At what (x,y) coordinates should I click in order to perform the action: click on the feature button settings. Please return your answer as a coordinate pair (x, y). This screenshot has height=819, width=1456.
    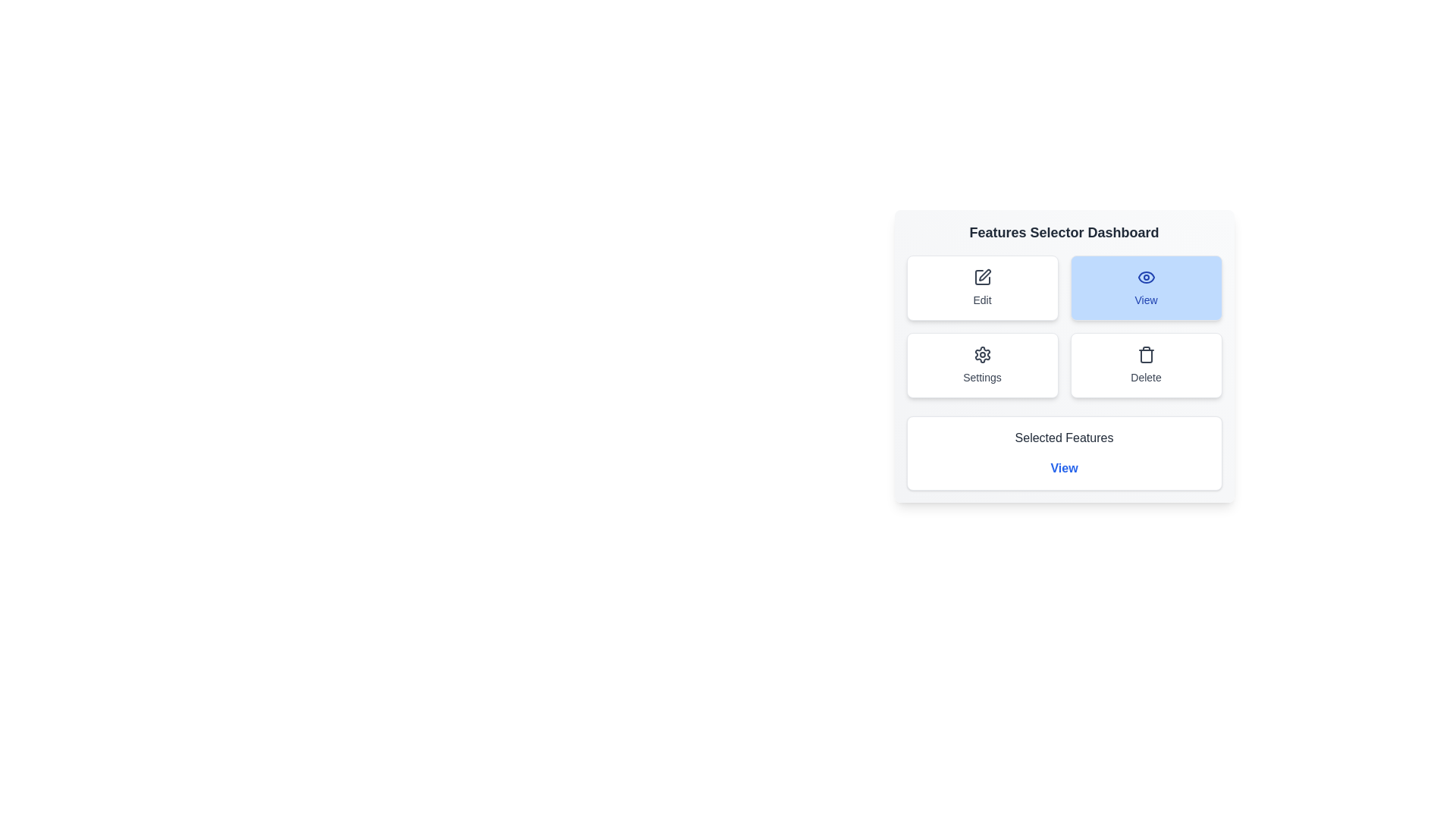
    Looking at the image, I should click on (982, 366).